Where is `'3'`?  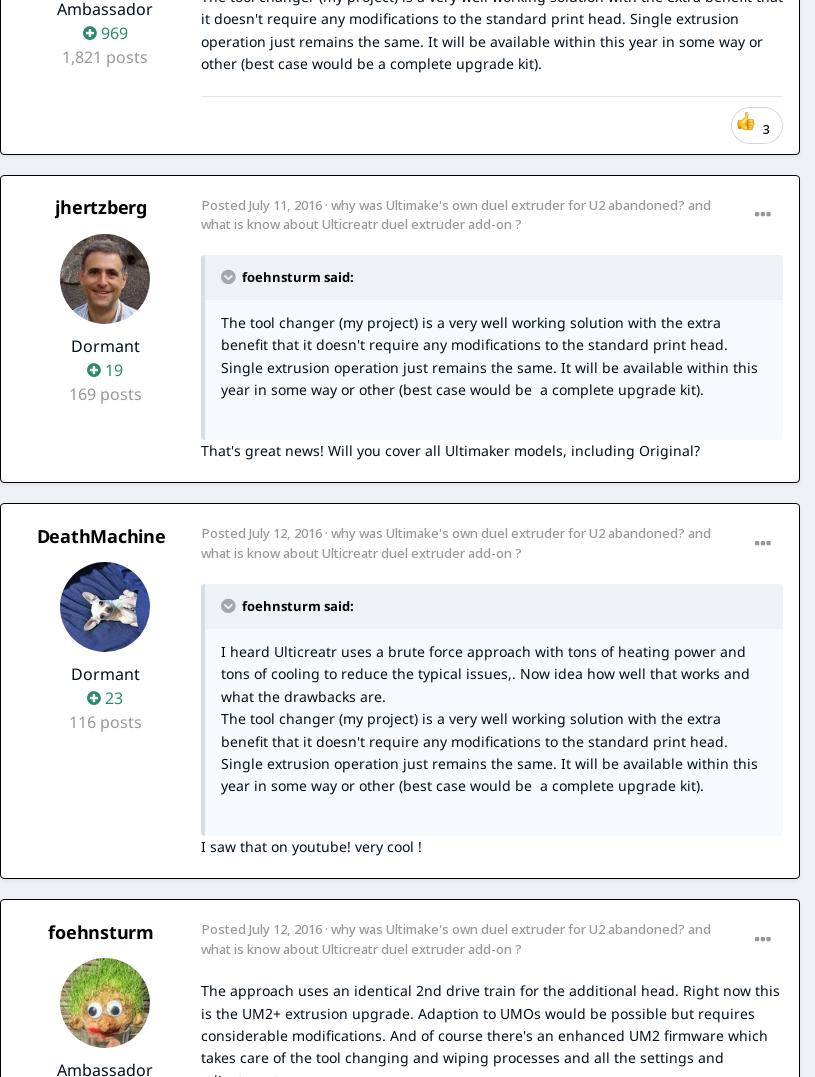 '3' is located at coordinates (766, 128).